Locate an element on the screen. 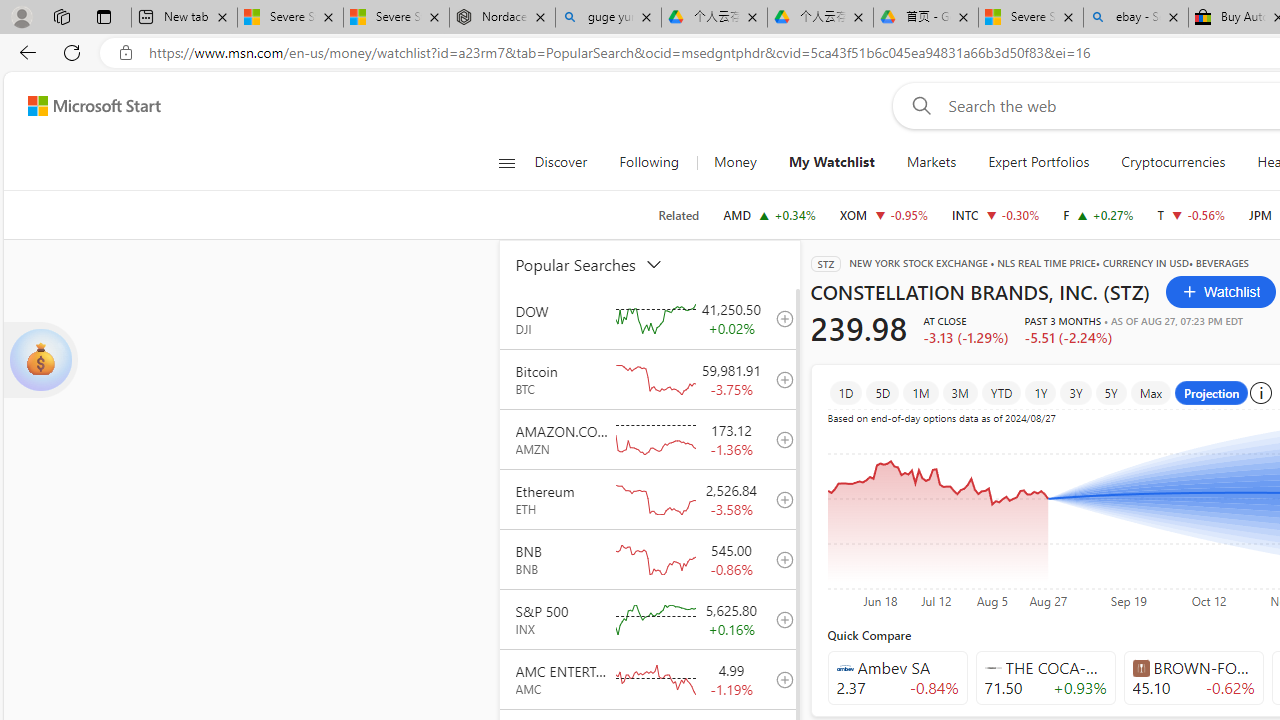  'F FORD MOTOR COMPANY increase 11.14 +0.03 +0.27%' is located at coordinates (1097, 214).